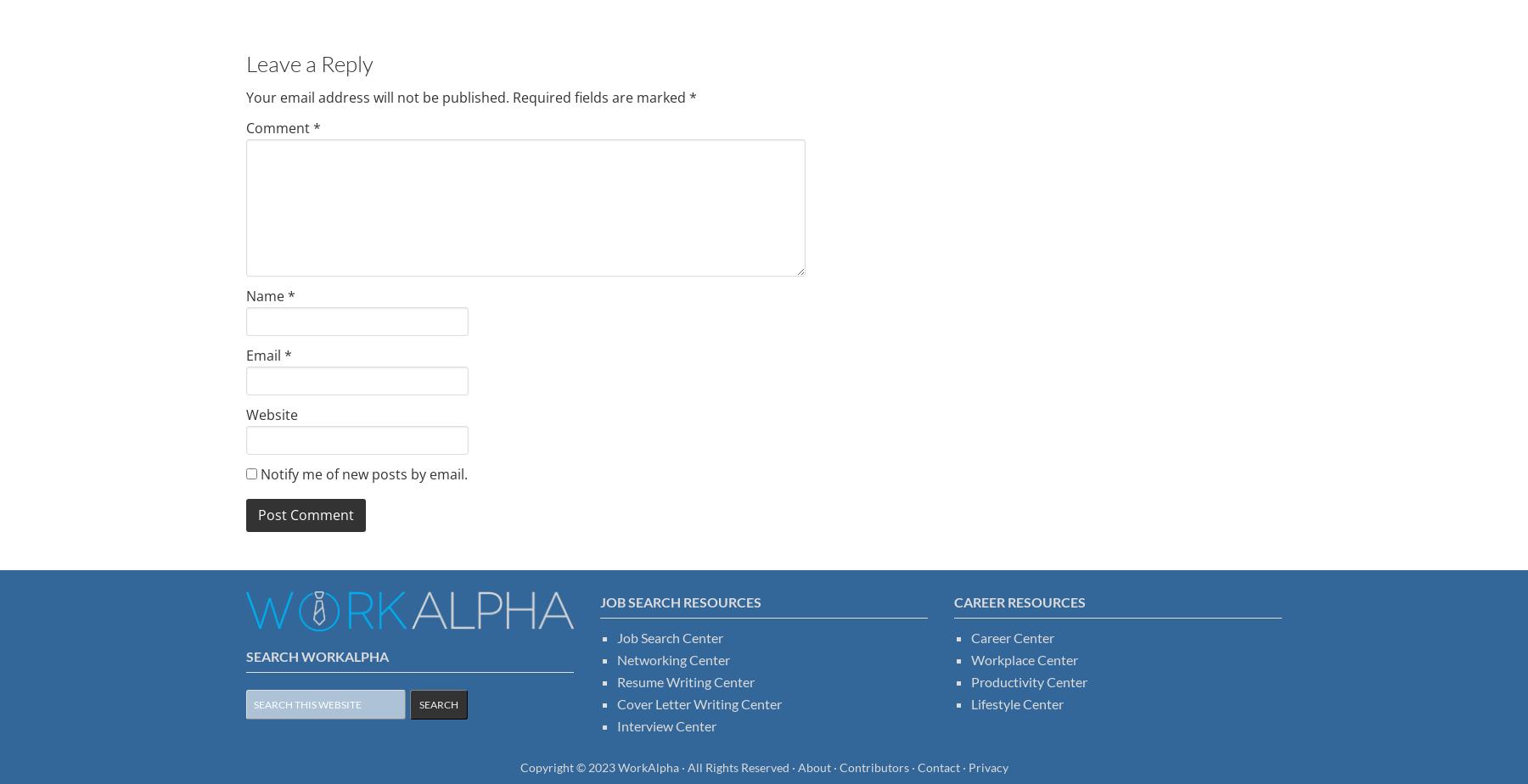 The width and height of the screenshot is (1528, 784). Describe the element at coordinates (938, 766) in the screenshot. I see `'Contact'` at that location.